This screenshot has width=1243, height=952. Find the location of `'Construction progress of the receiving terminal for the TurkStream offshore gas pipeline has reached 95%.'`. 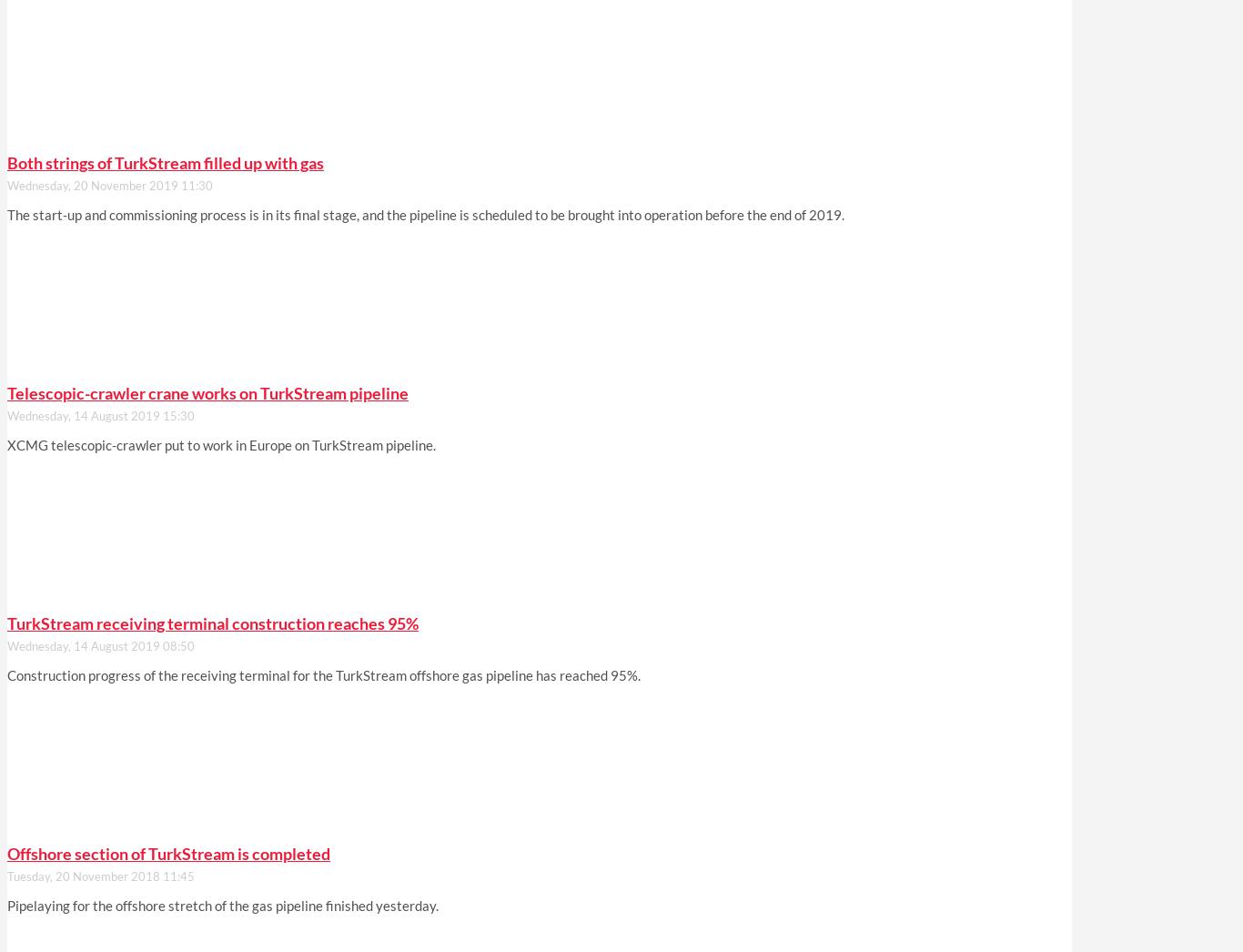

'Construction progress of the receiving terminal for the TurkStream offshore gas pipeline has reached 95%.' is located at coordinates (322, 674).